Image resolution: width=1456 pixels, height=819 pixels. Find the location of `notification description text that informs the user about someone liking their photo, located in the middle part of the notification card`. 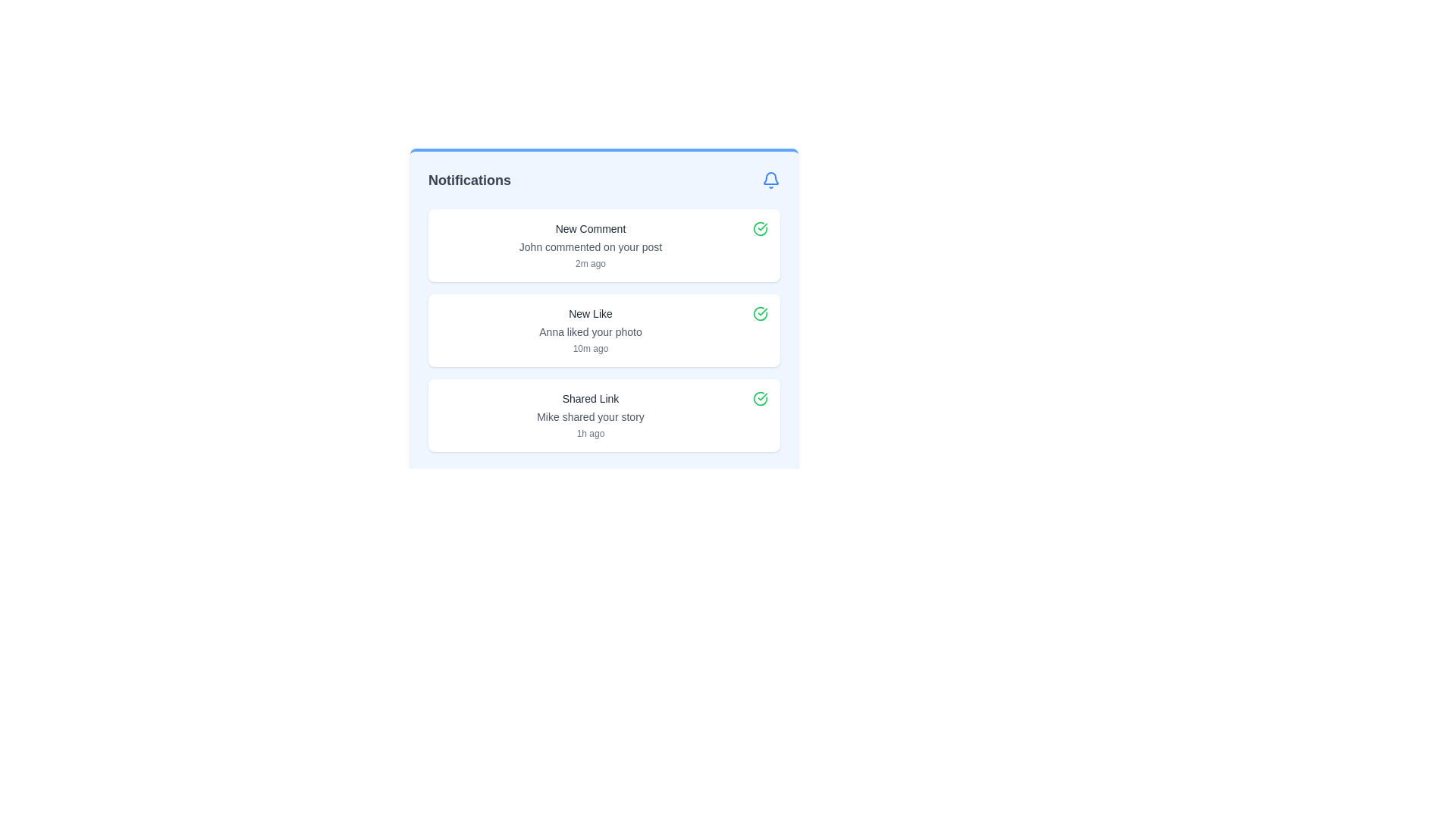

notification description text that informs the user about someone liking their photo, located in the middle part of the notification card is located at coordinates (589, 331).